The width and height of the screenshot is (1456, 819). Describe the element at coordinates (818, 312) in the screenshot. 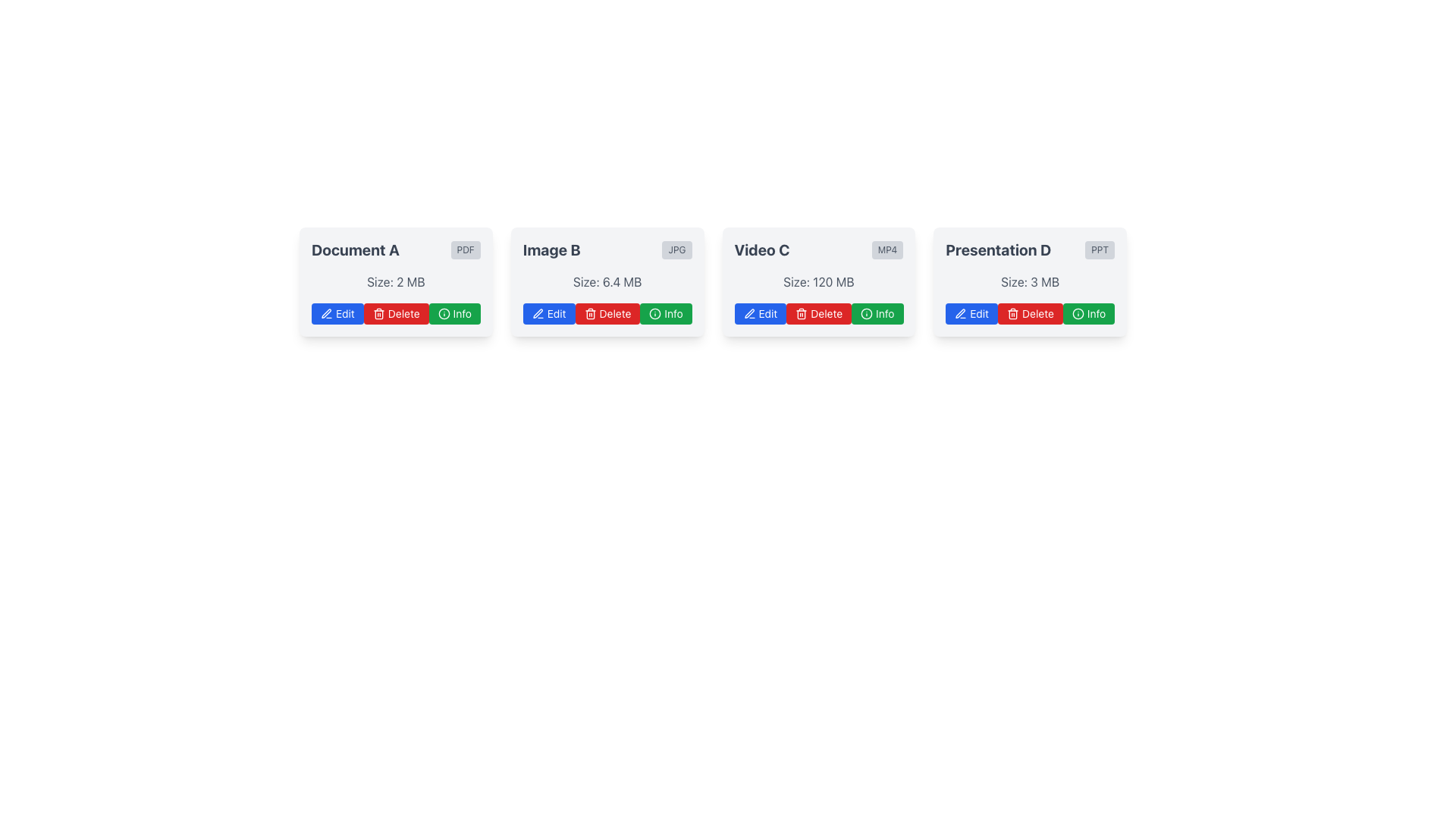

I see `the 'Delete' button, which is the second button in a sequence of three (Edit, Delete, Info)` at that location.